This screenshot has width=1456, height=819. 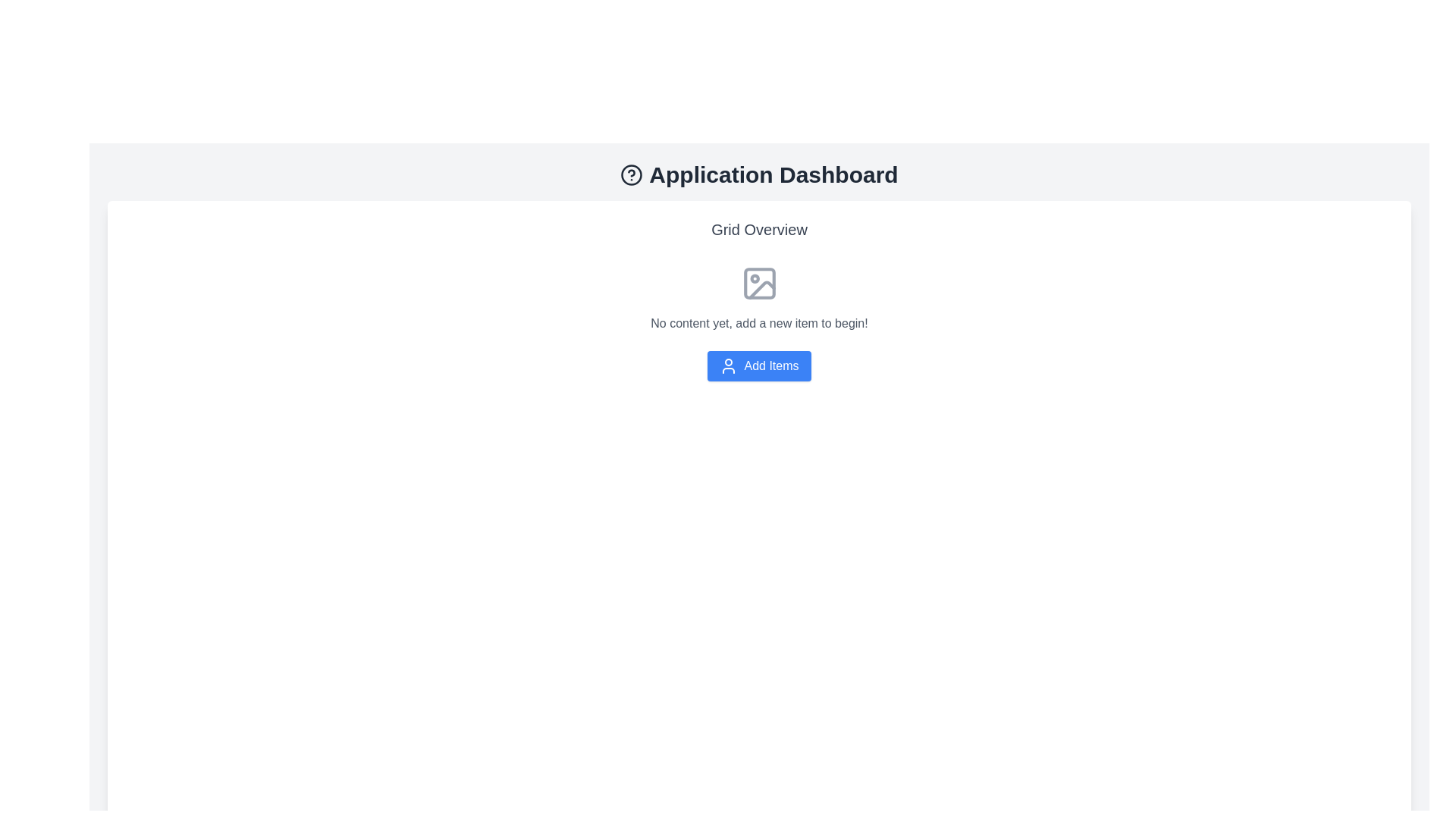 What do you see at coordinates (759, 322) in the screenshot?
I see `the text block that informs the user there is no content currently available, located under the heading 'Grid Overview'` at bounding box center [759, 322].